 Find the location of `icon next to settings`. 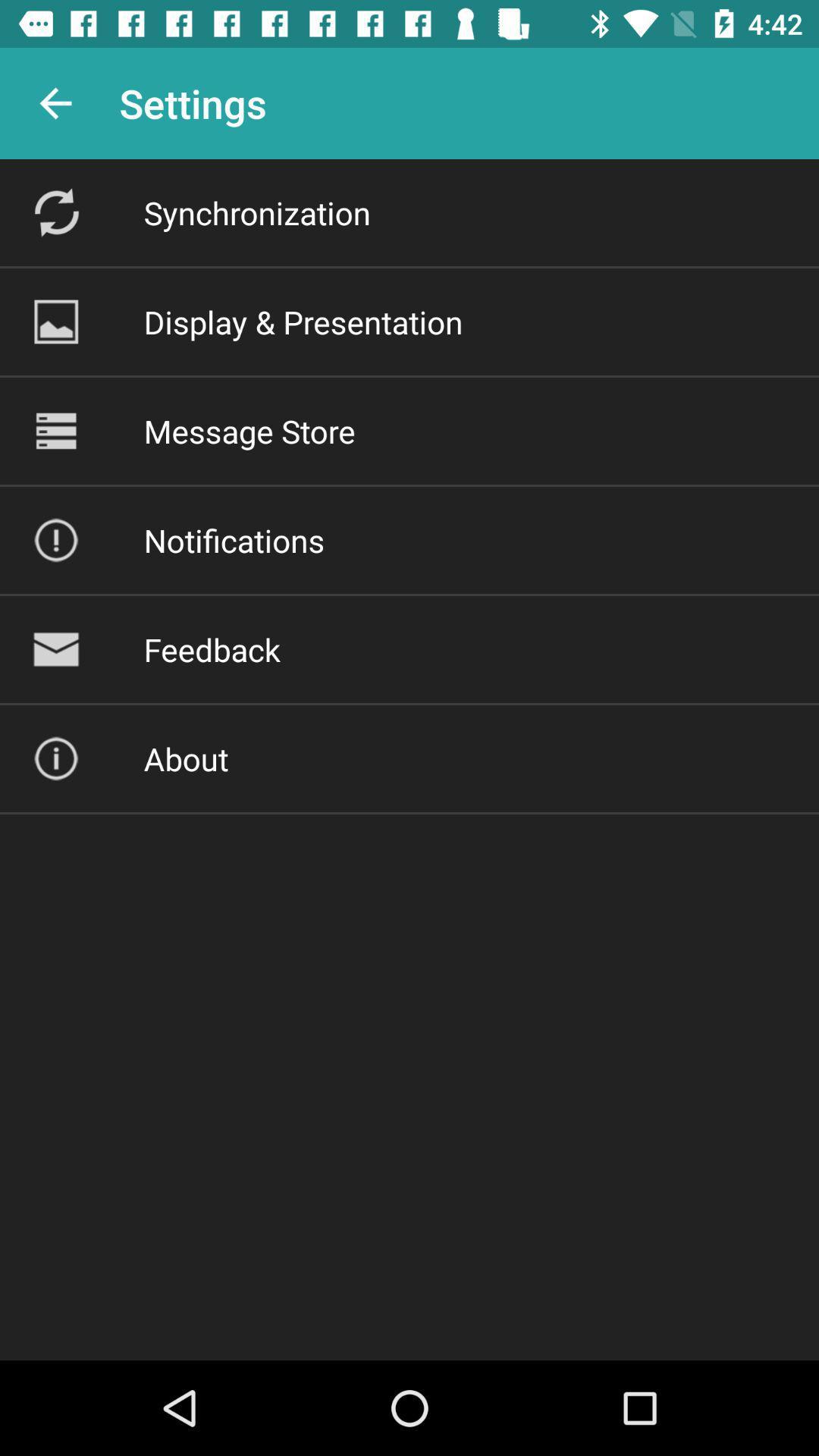

icon next to settings is located at coordinates (55, 102).